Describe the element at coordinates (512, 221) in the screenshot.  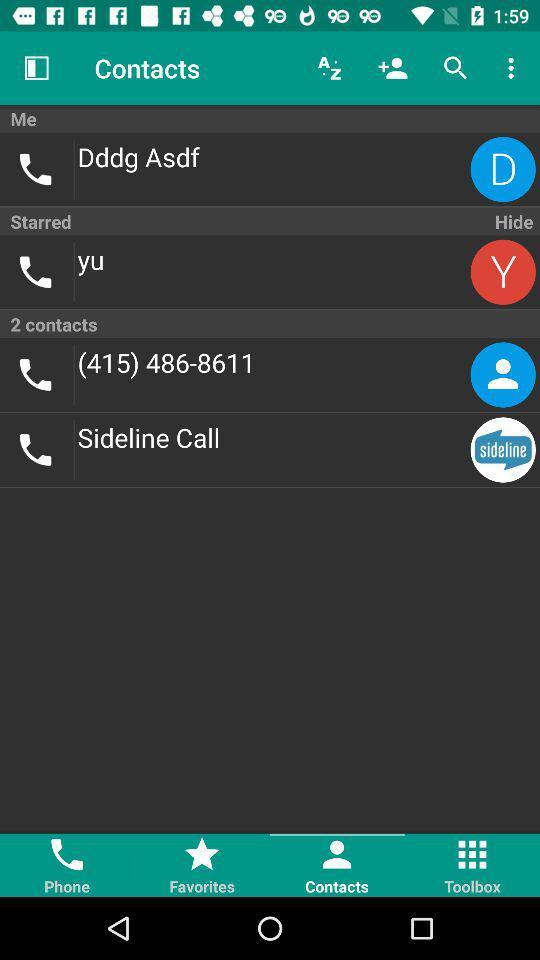
I see `the hide` at that location.